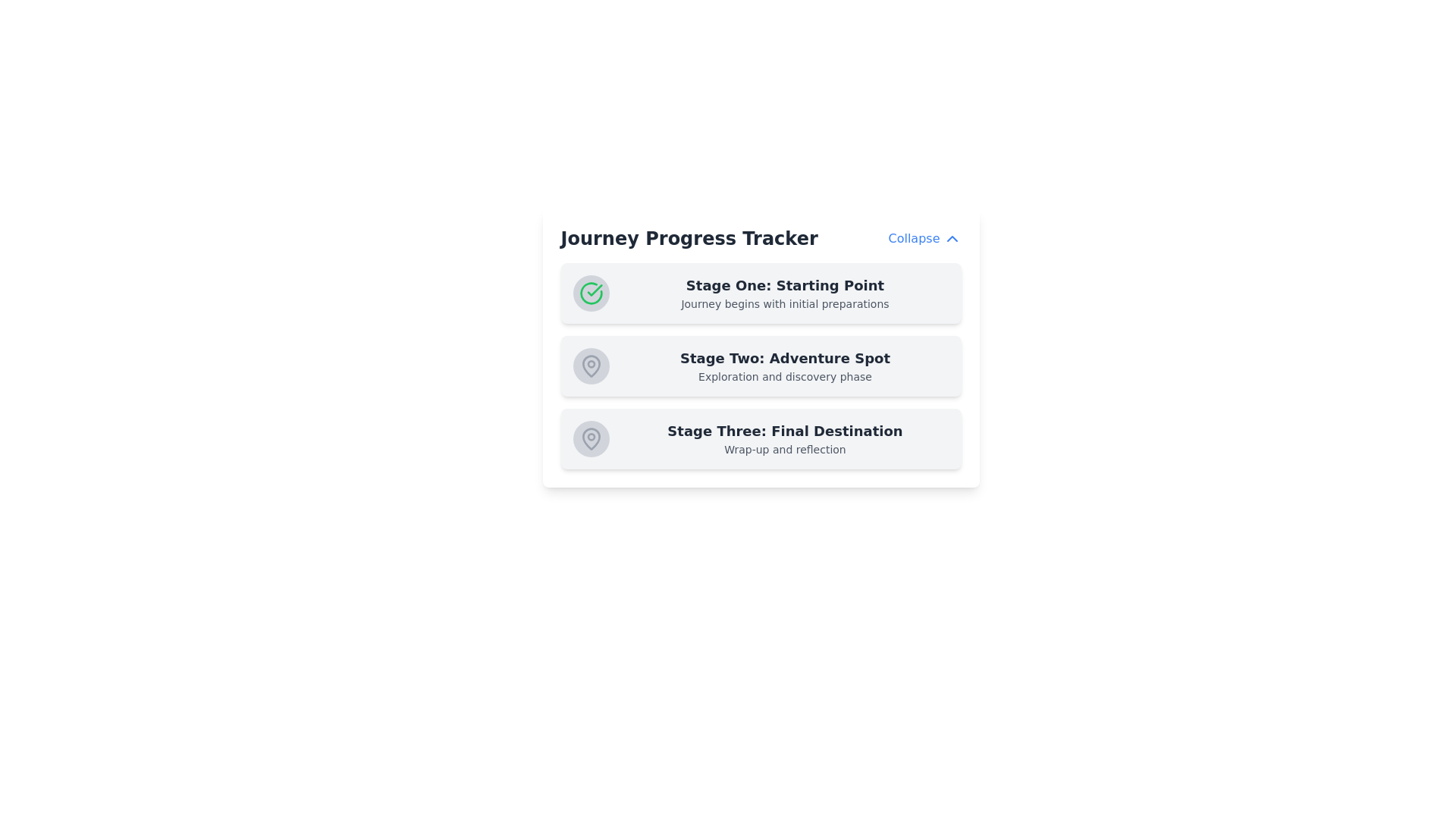  I want to click on the Information card in the Journey Progress Tracker section, which indicates the first stage of progression with a green checkmark, so click(761, 293).